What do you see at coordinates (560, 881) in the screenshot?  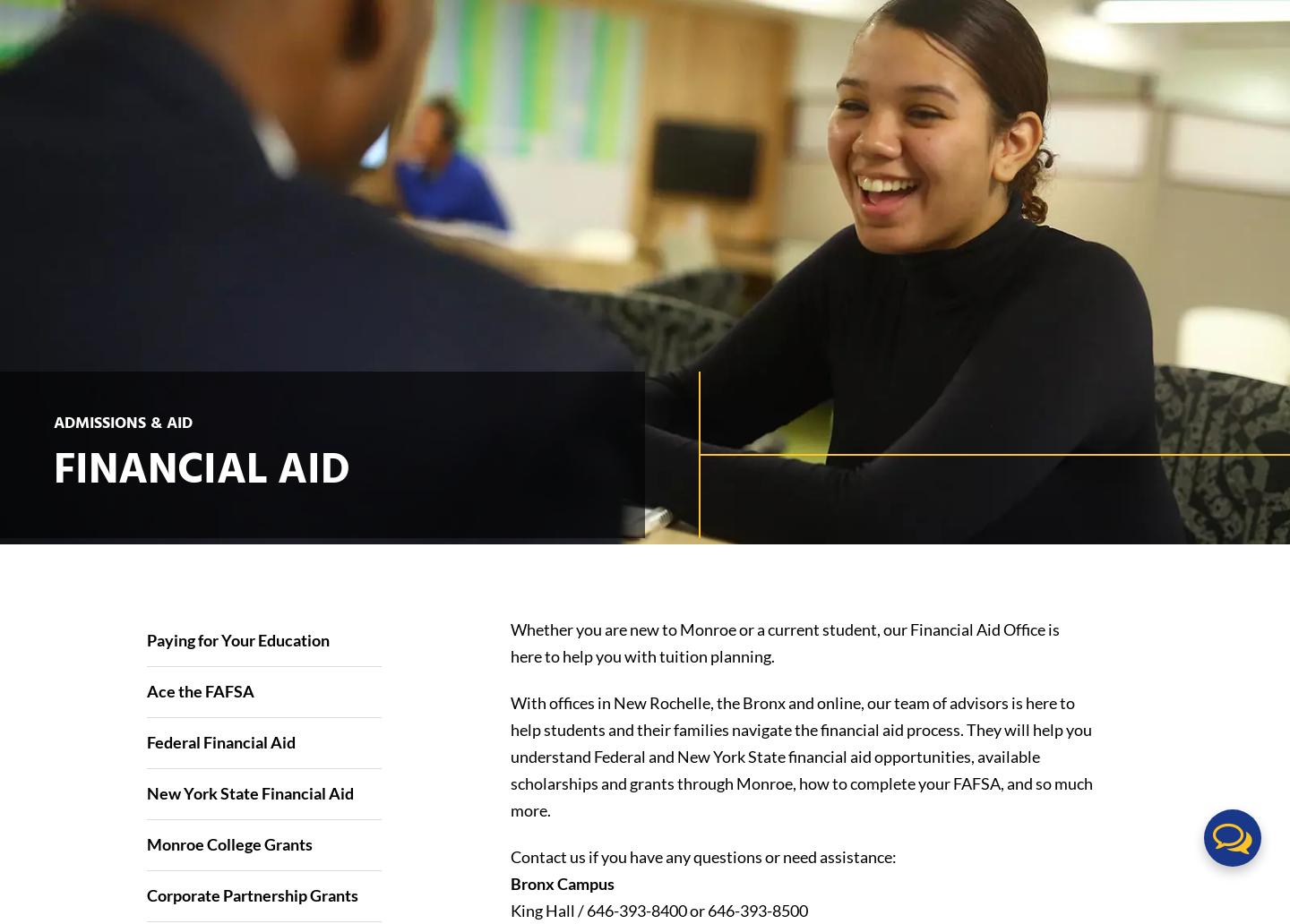 I see `'Bronx Campus'` at bounding box center [560, 881].